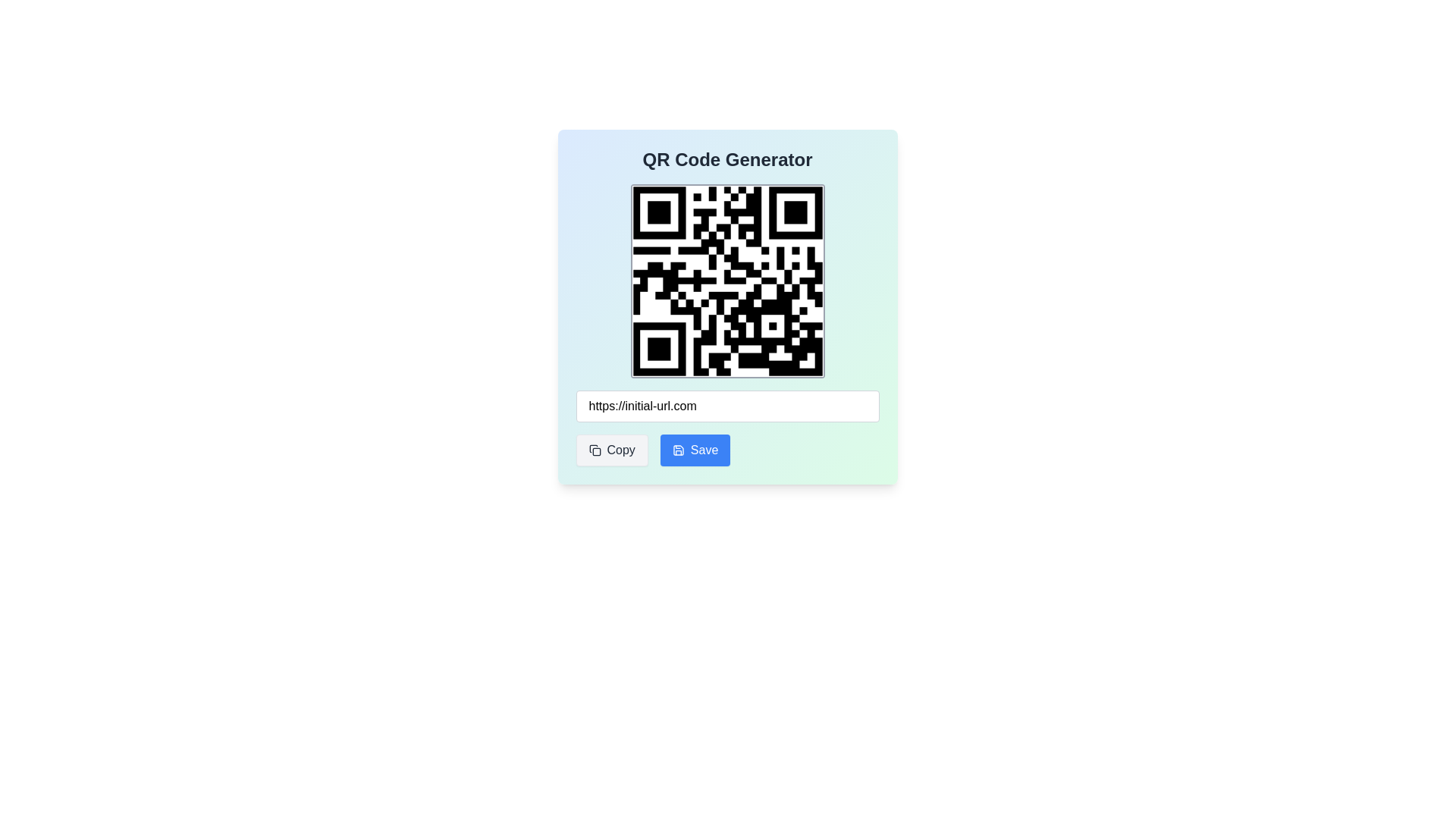 This screenshot has height=819, width=1456. Describe the element at coordinates (726, 406) in the screenshot. I see `the URL input field located directly underneath the QR code image, which is centered in the panel` at that location.